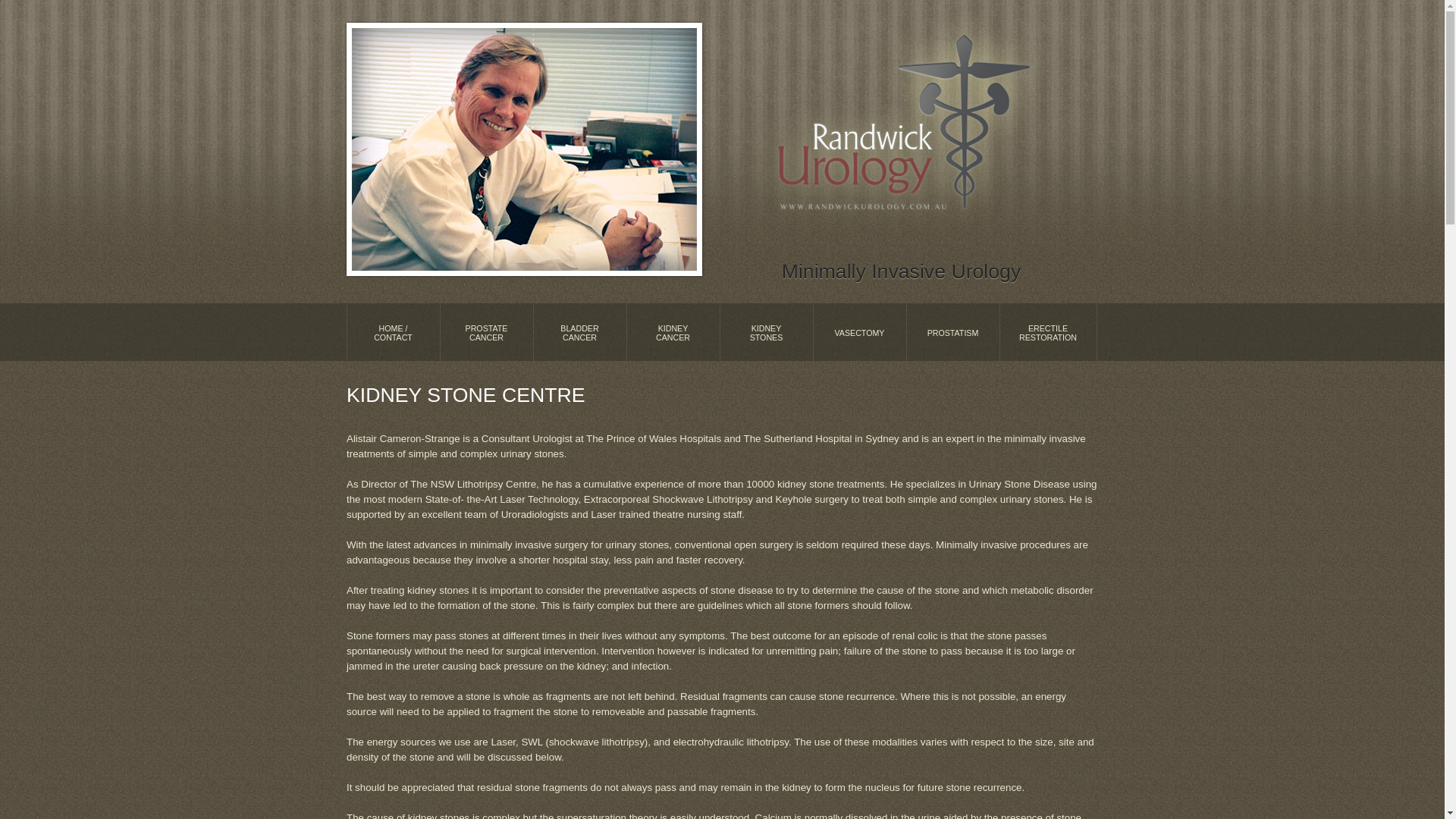 Image resolution: width=1456 pixels, height=819 pixels. I want to click on 'PROSTATE, so click(439, 331).